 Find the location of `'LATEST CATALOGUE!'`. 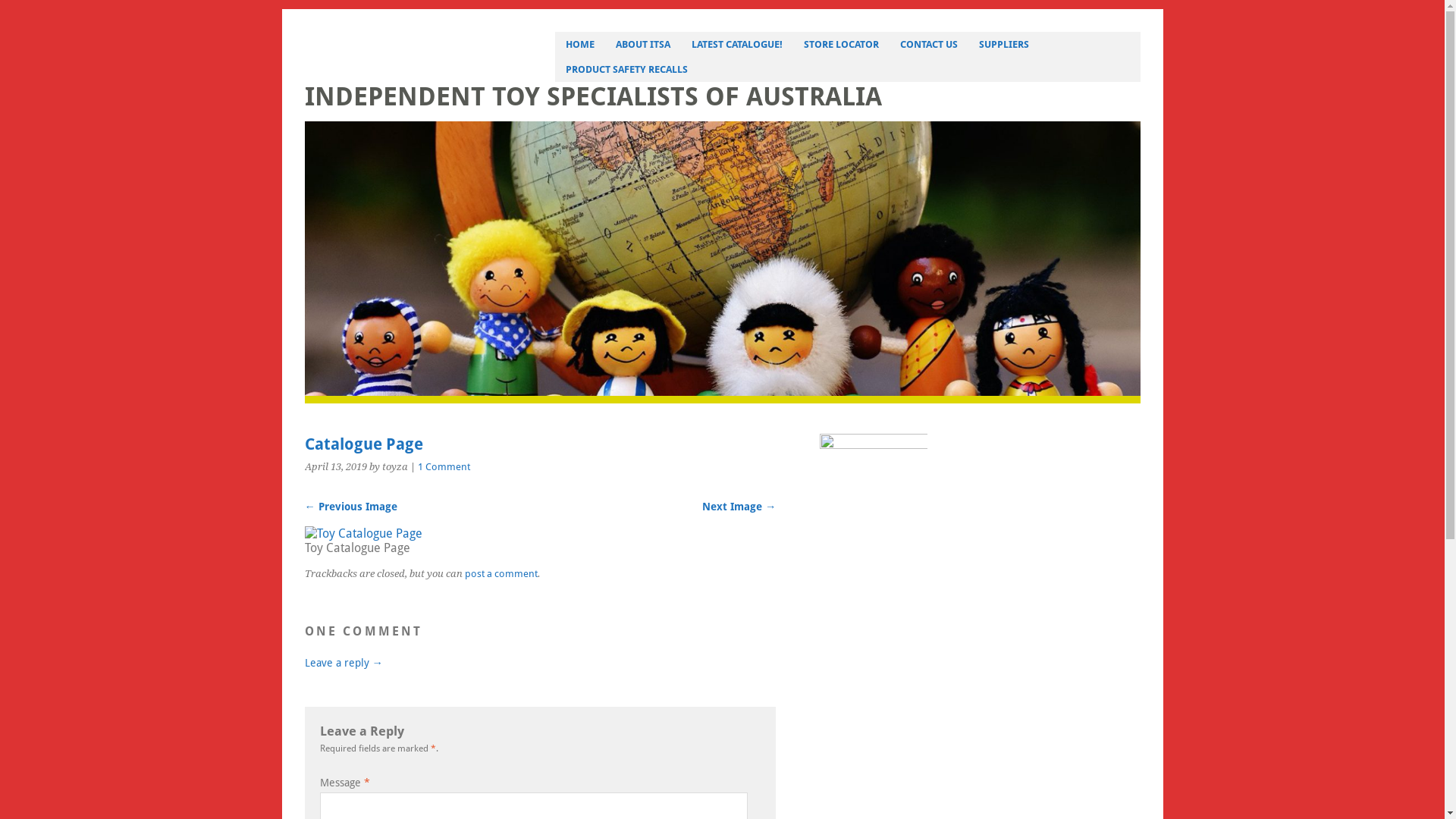

'LATEST CATALOGUE!' is located at coordinates (679, 43).